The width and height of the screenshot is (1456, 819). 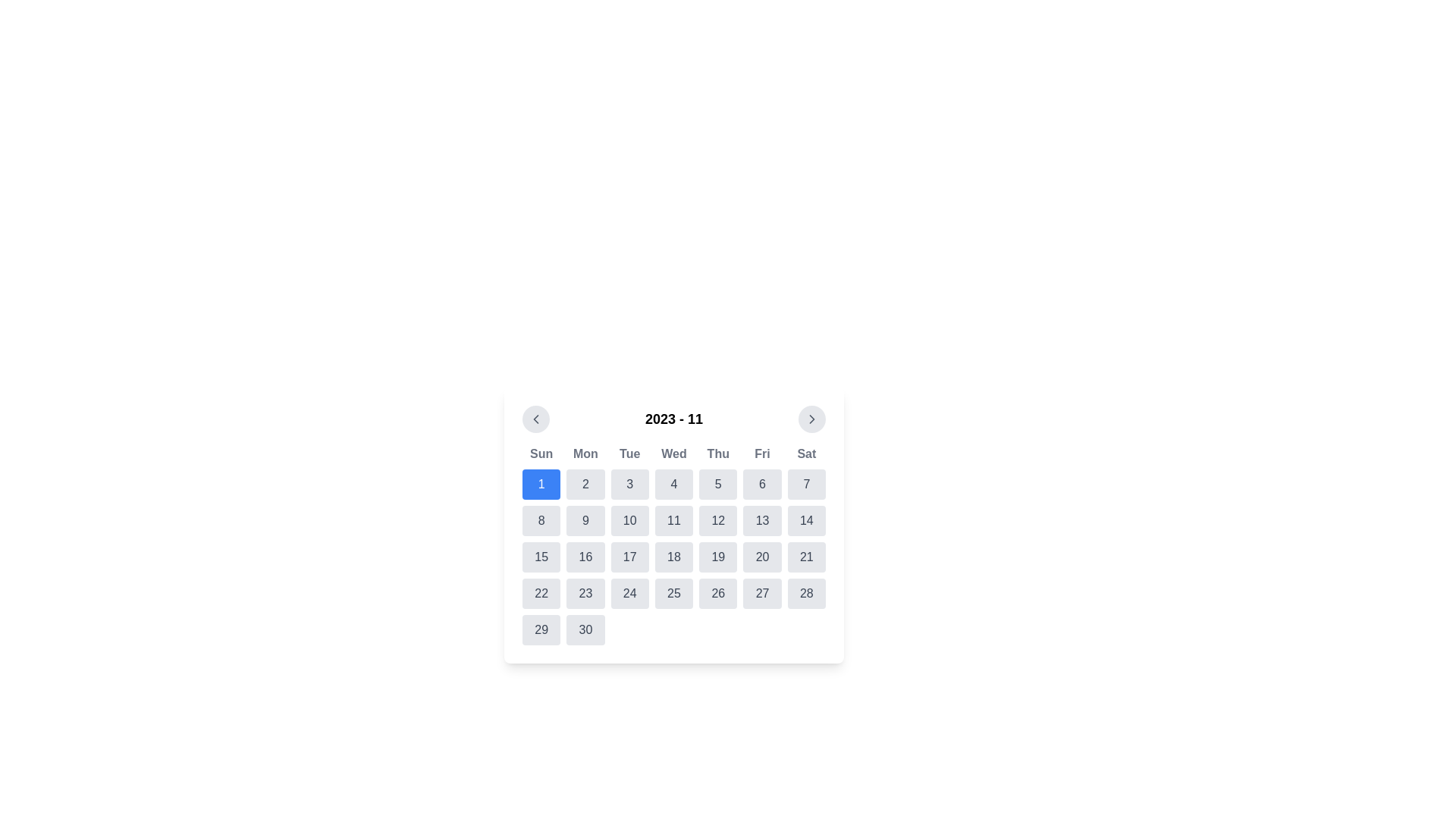 I want to click on the button representing the 16th day in the calendar widget, located in the third row, second column of the grid layout, so click(x=585, y=557).